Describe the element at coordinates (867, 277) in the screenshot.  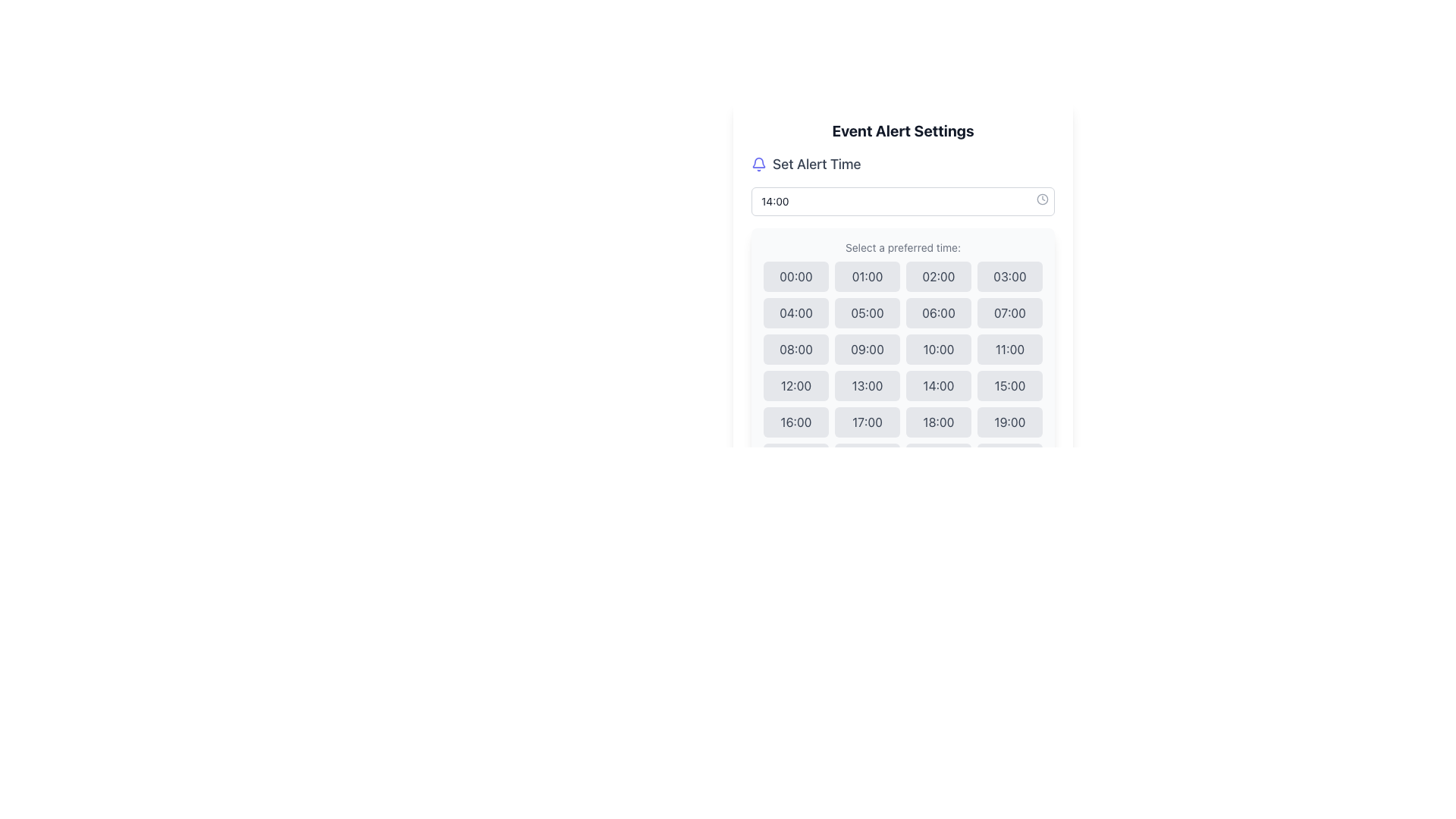
I see `the button labeled '01:00' with a light gray background located in the second column of the first row under the 'Select a preferred time:' section to observe a visual change` at that location.